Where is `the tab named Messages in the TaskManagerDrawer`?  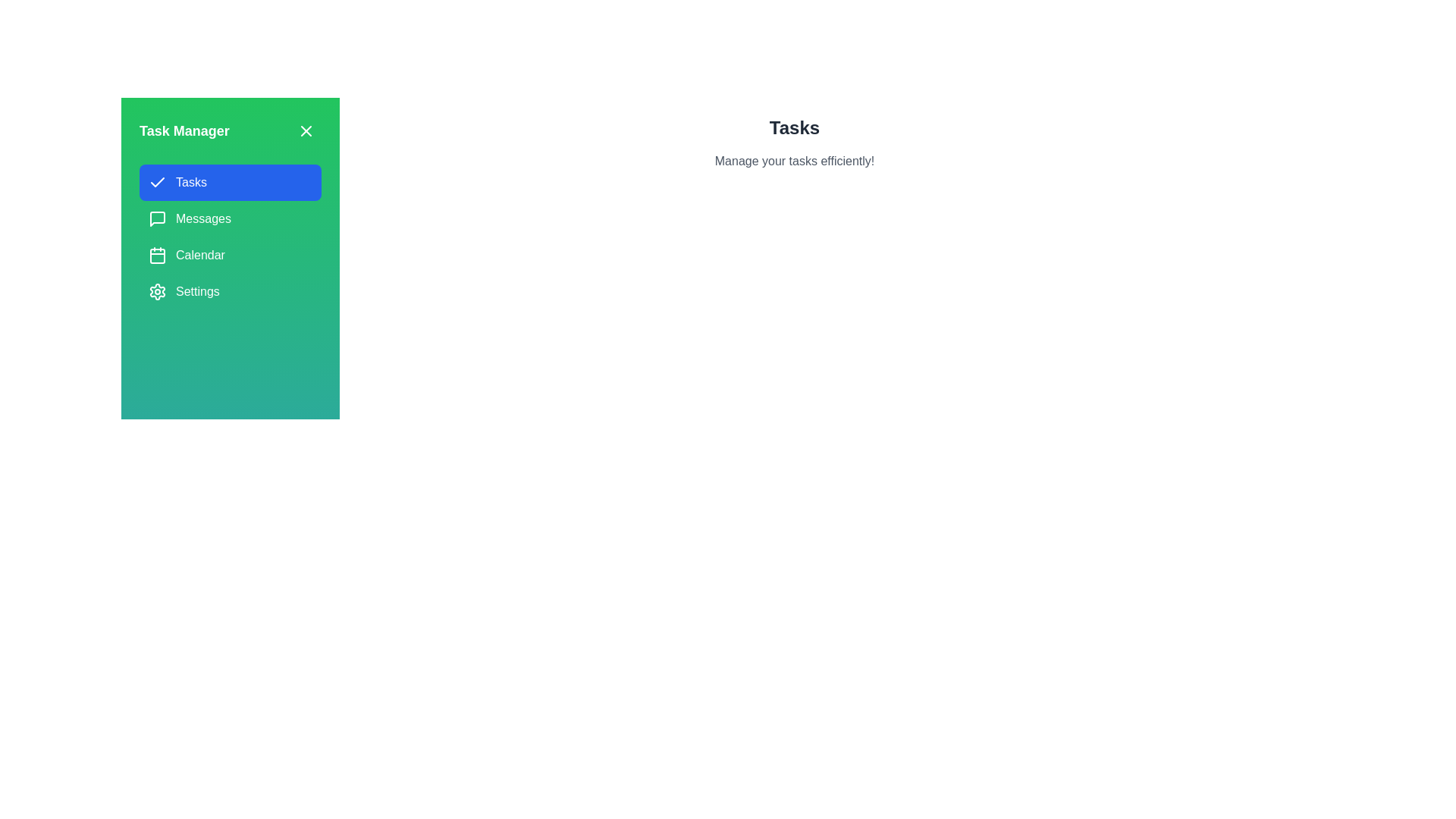
the tab named Messages in the TaskManagerDrawer is located at coordinates (229, 219).